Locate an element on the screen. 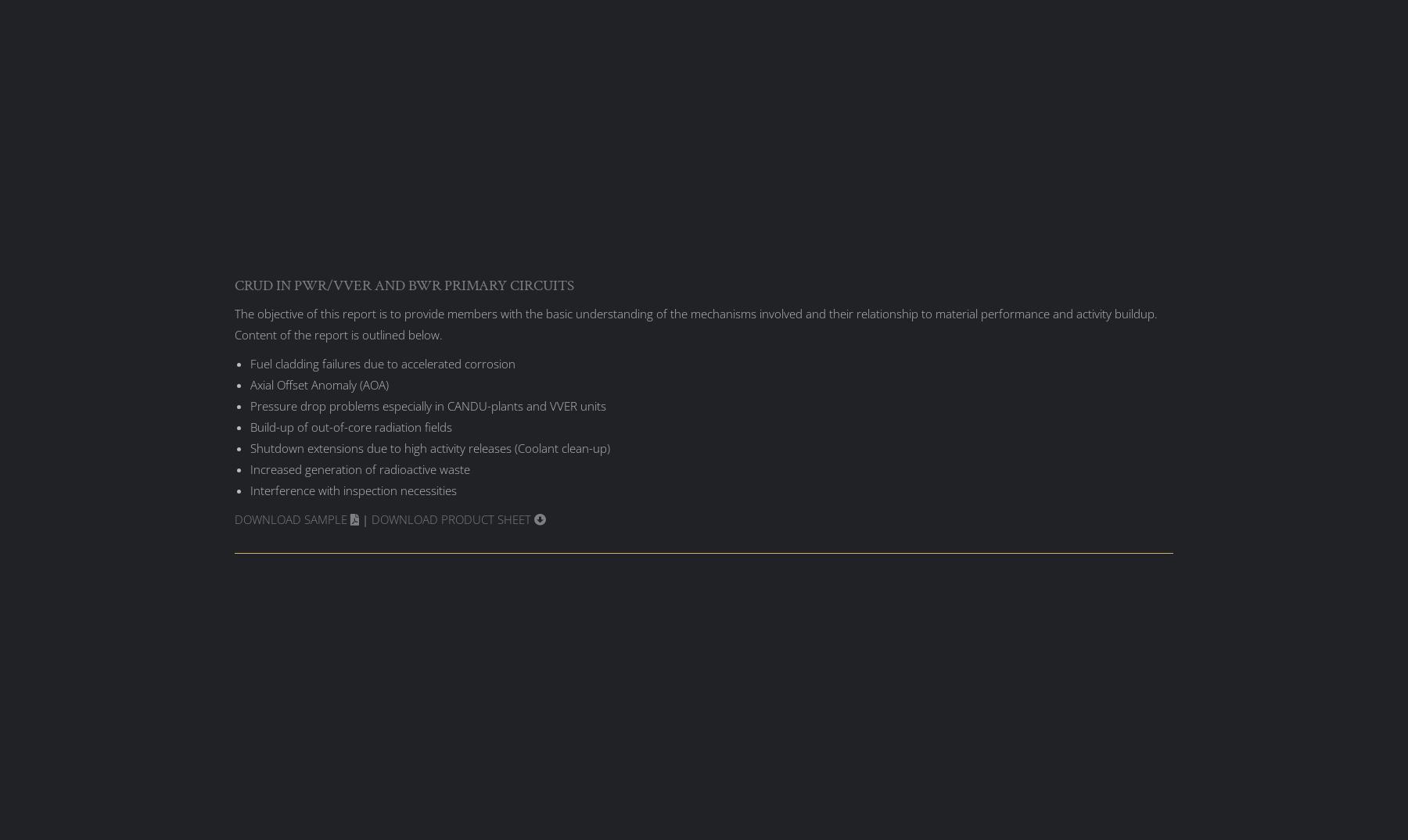  '|' is located at coordinates (364, 517).